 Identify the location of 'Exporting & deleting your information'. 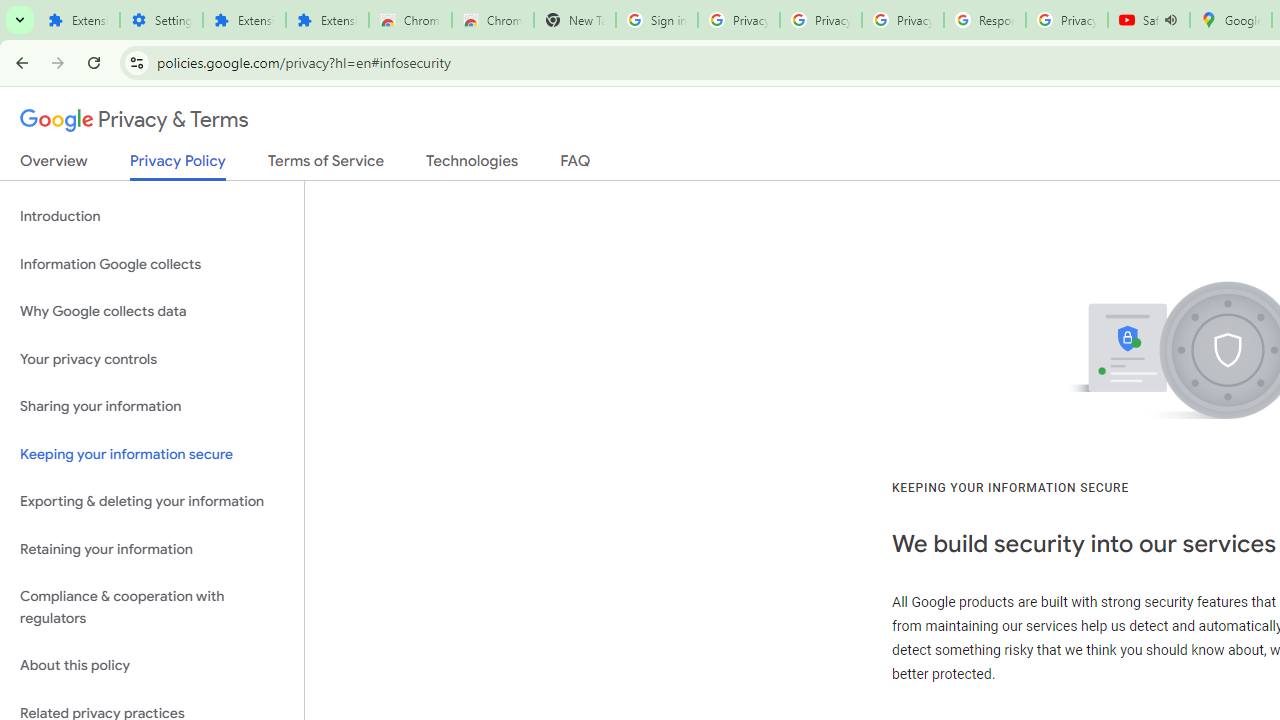
(151, 501).